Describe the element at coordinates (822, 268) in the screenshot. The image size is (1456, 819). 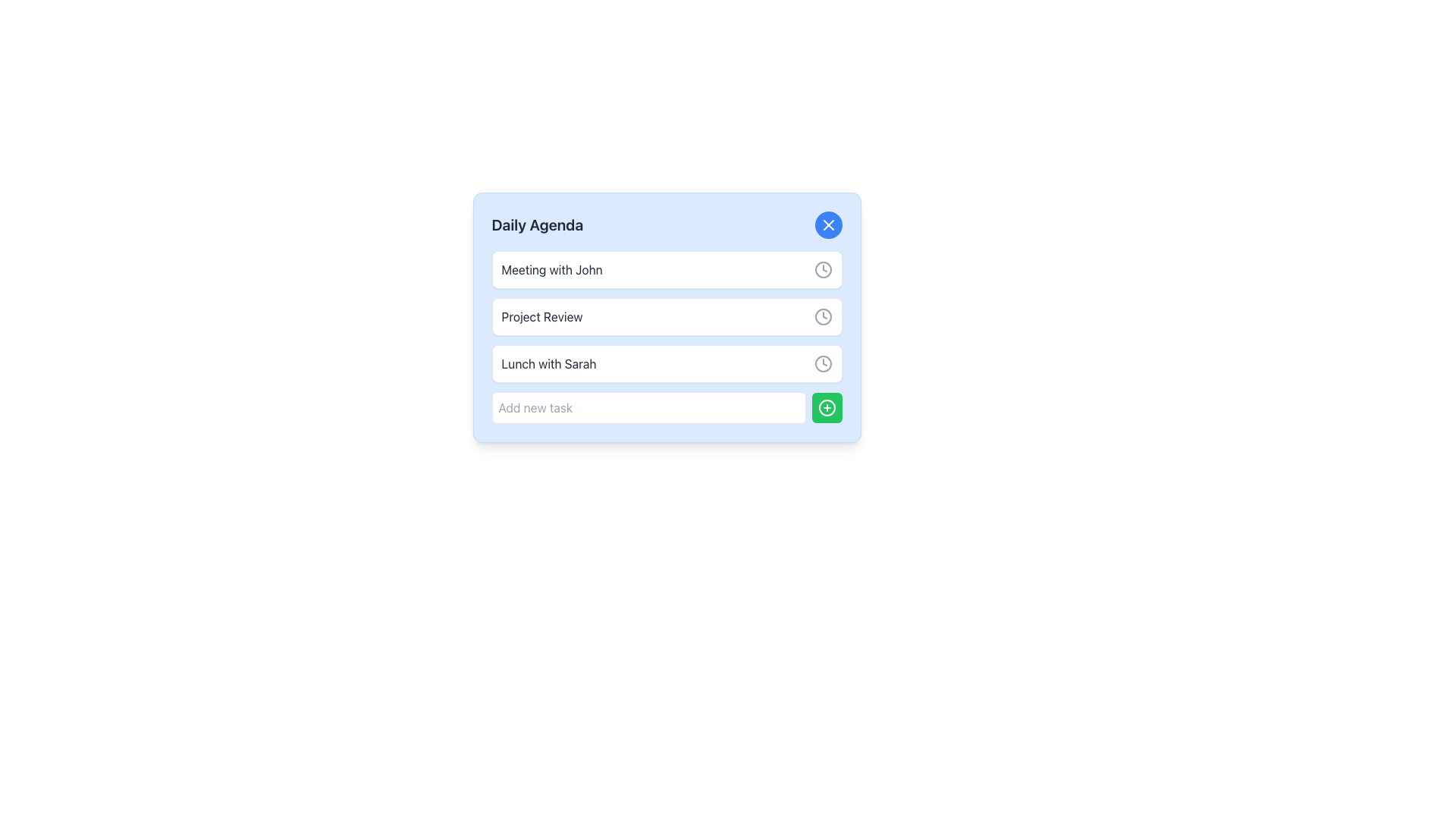
I see `the clock icon located adjacent to the text 'Meeting with John'` at that location.